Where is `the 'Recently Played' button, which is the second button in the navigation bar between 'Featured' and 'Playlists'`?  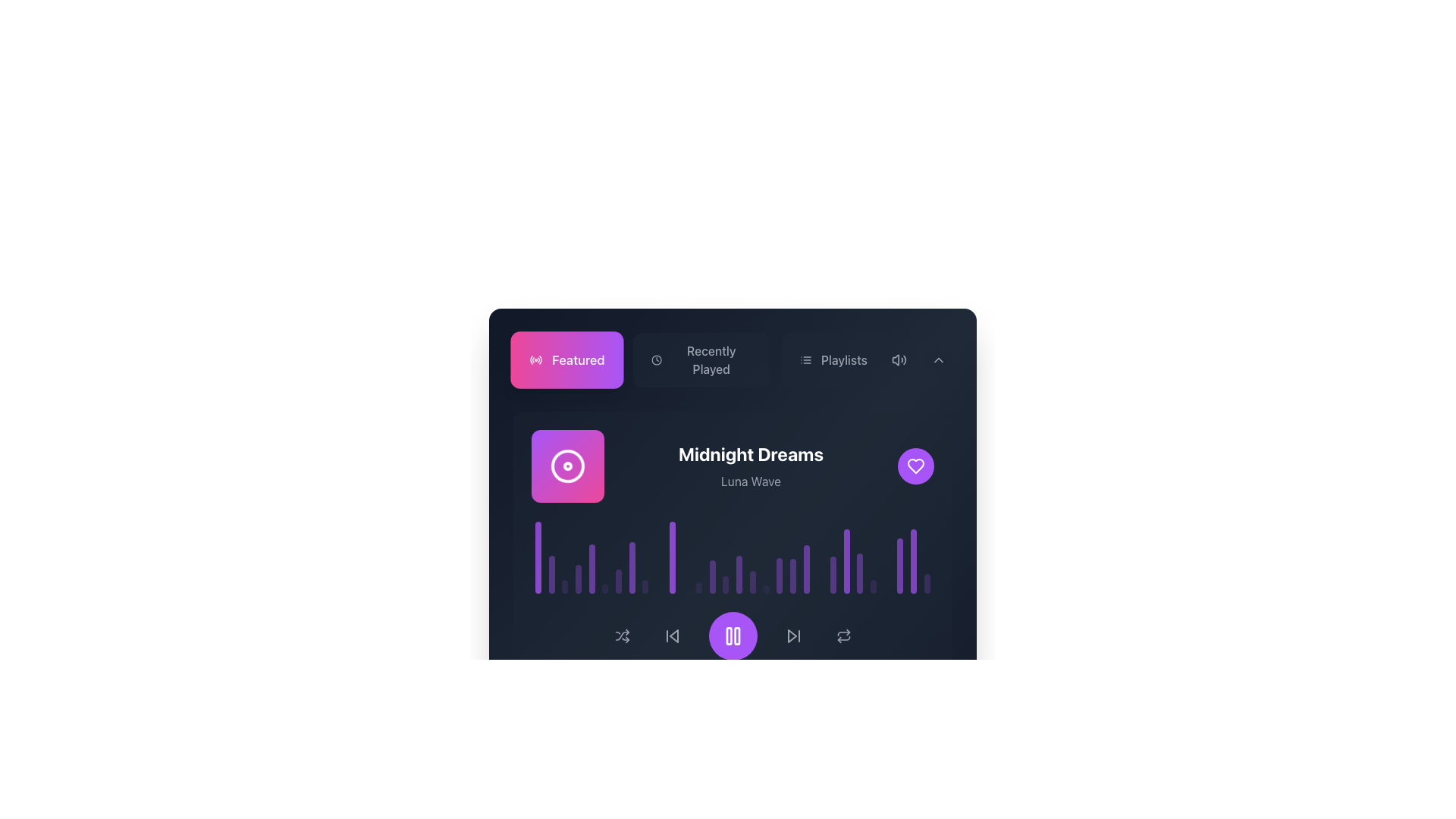 the 'Recently Played' button, which is the second button in the navigation bar between 'Featured' and 'Playlists' is located at coordinates (733, 359).